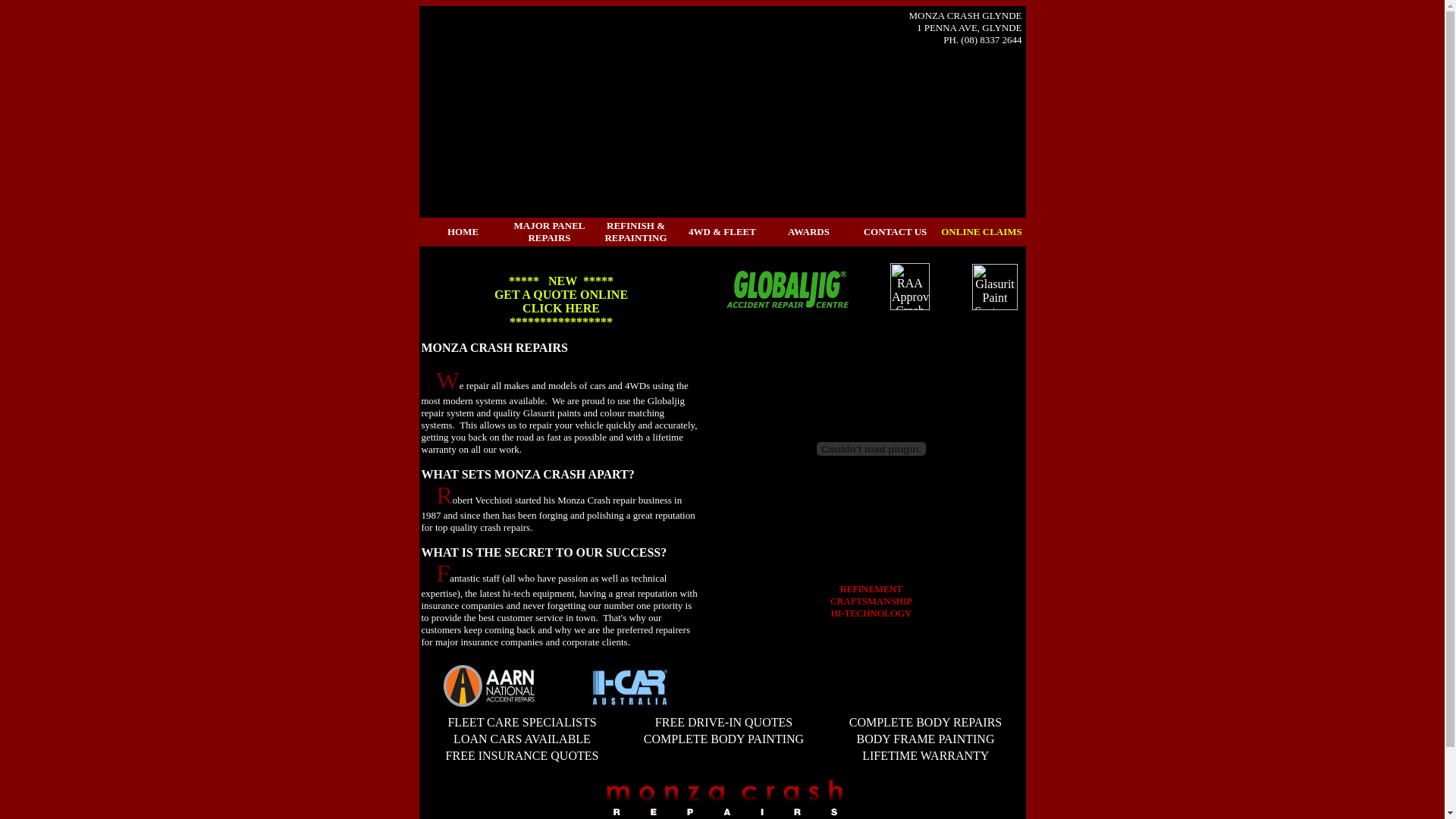 This screenshot has width=1456, height=819. What do you see at coordinates (721, 231) in the screenshot?
I see `'4WD & FLEET'` at bounding box center [721, 231].